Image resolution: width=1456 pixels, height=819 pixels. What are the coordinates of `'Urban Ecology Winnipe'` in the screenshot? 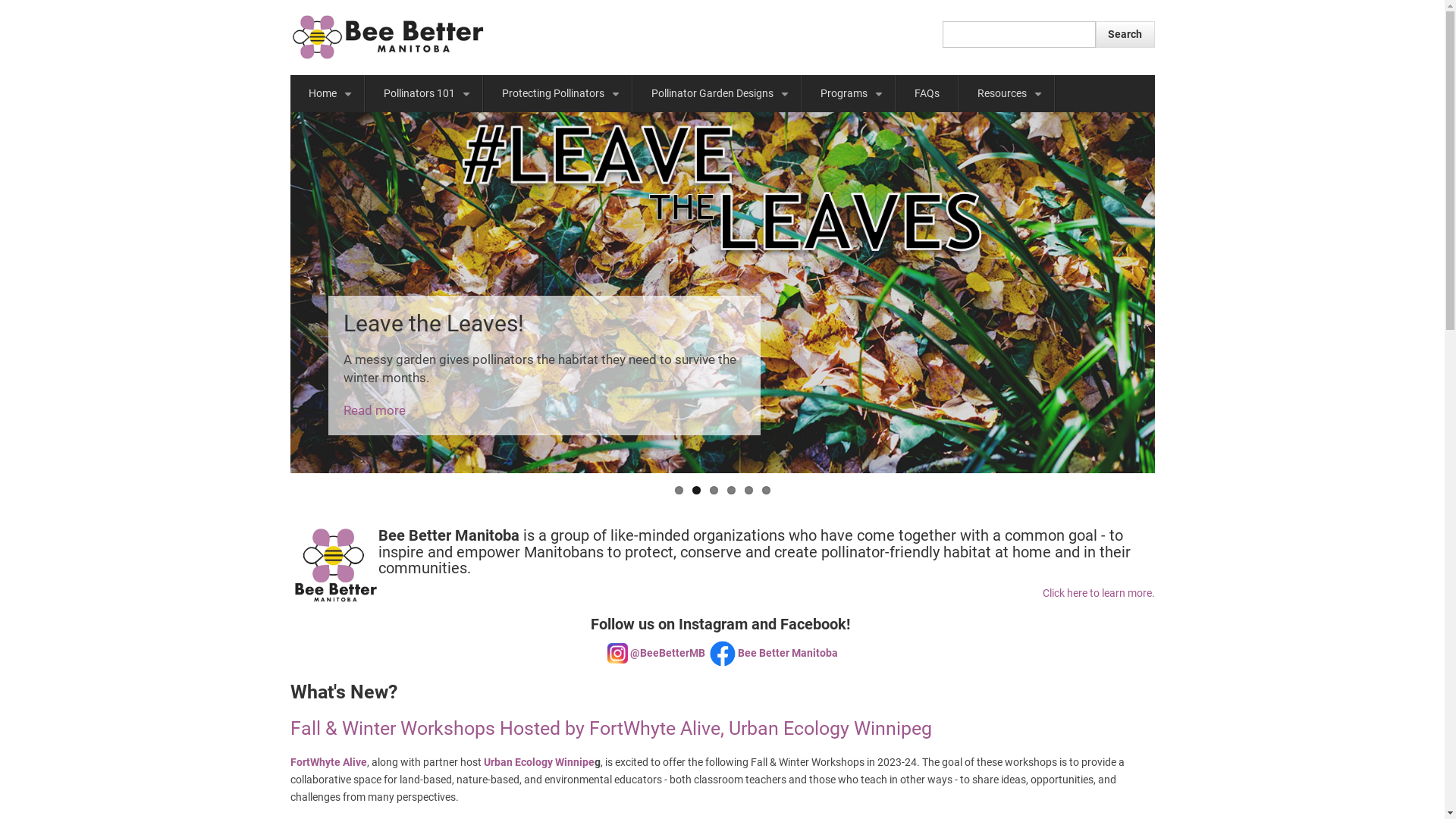 It's located at (538, 762).